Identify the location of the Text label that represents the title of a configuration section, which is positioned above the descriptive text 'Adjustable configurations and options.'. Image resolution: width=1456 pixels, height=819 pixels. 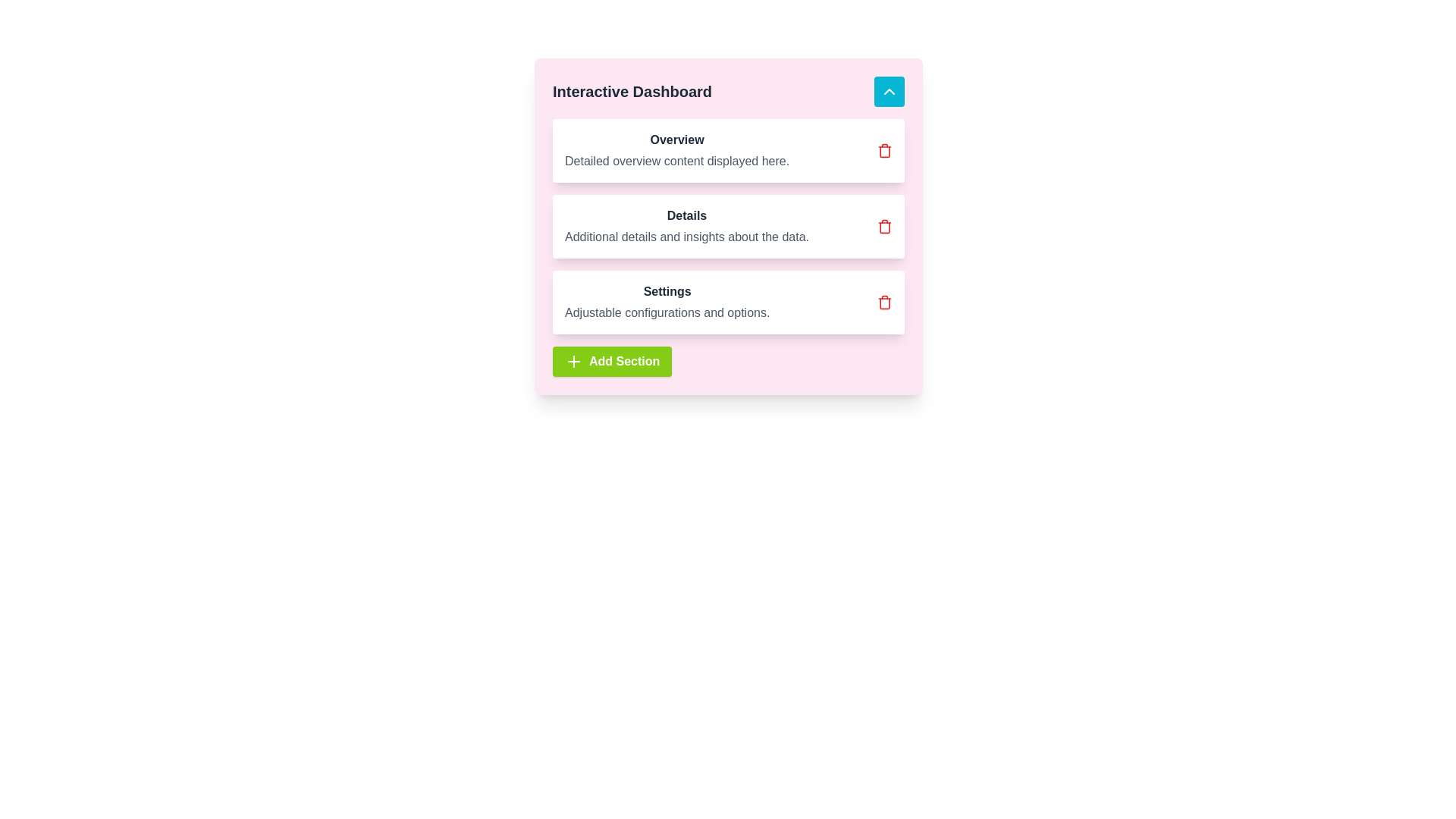
(667, 292).